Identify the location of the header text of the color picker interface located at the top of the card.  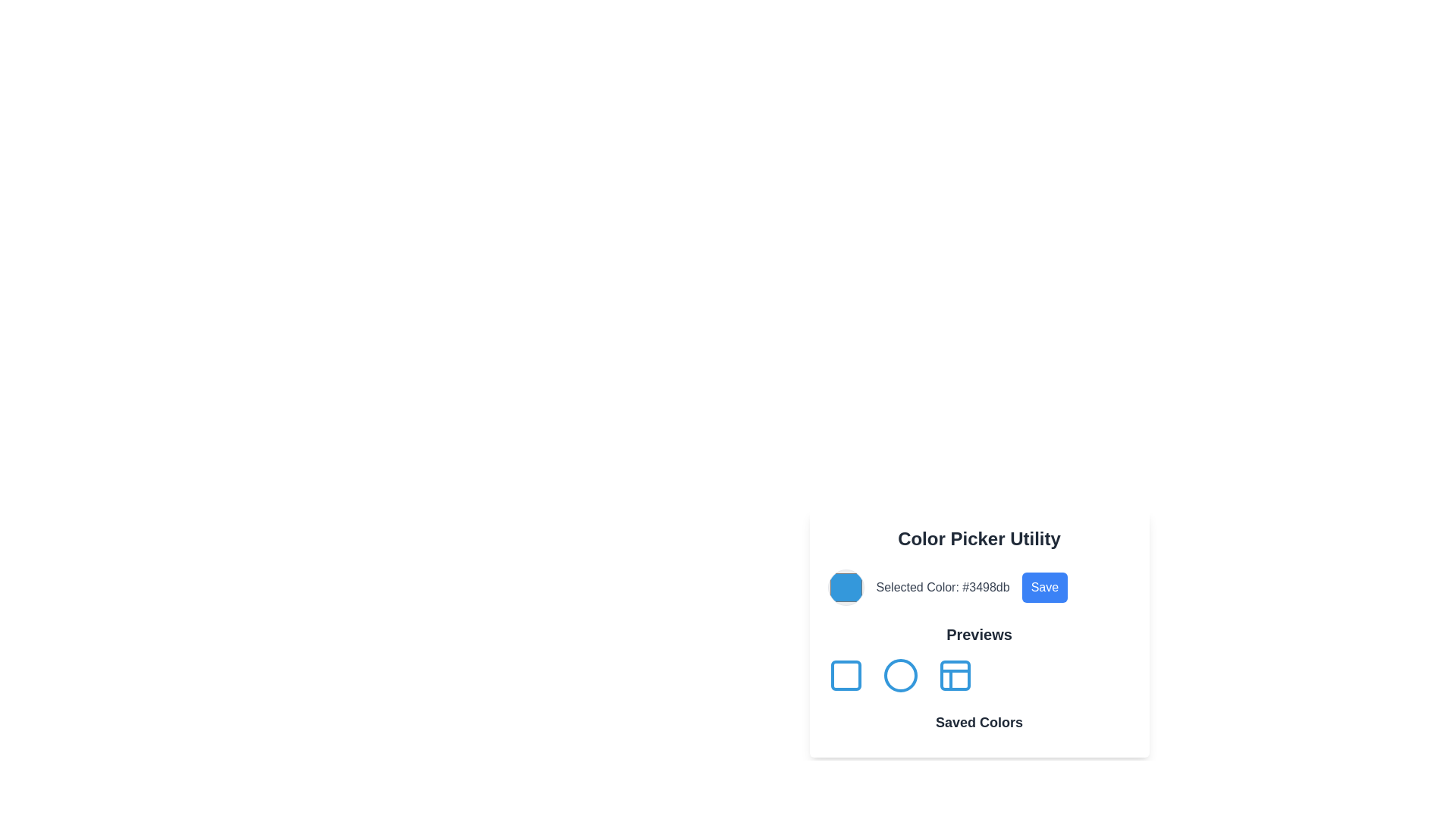
(979, 538).